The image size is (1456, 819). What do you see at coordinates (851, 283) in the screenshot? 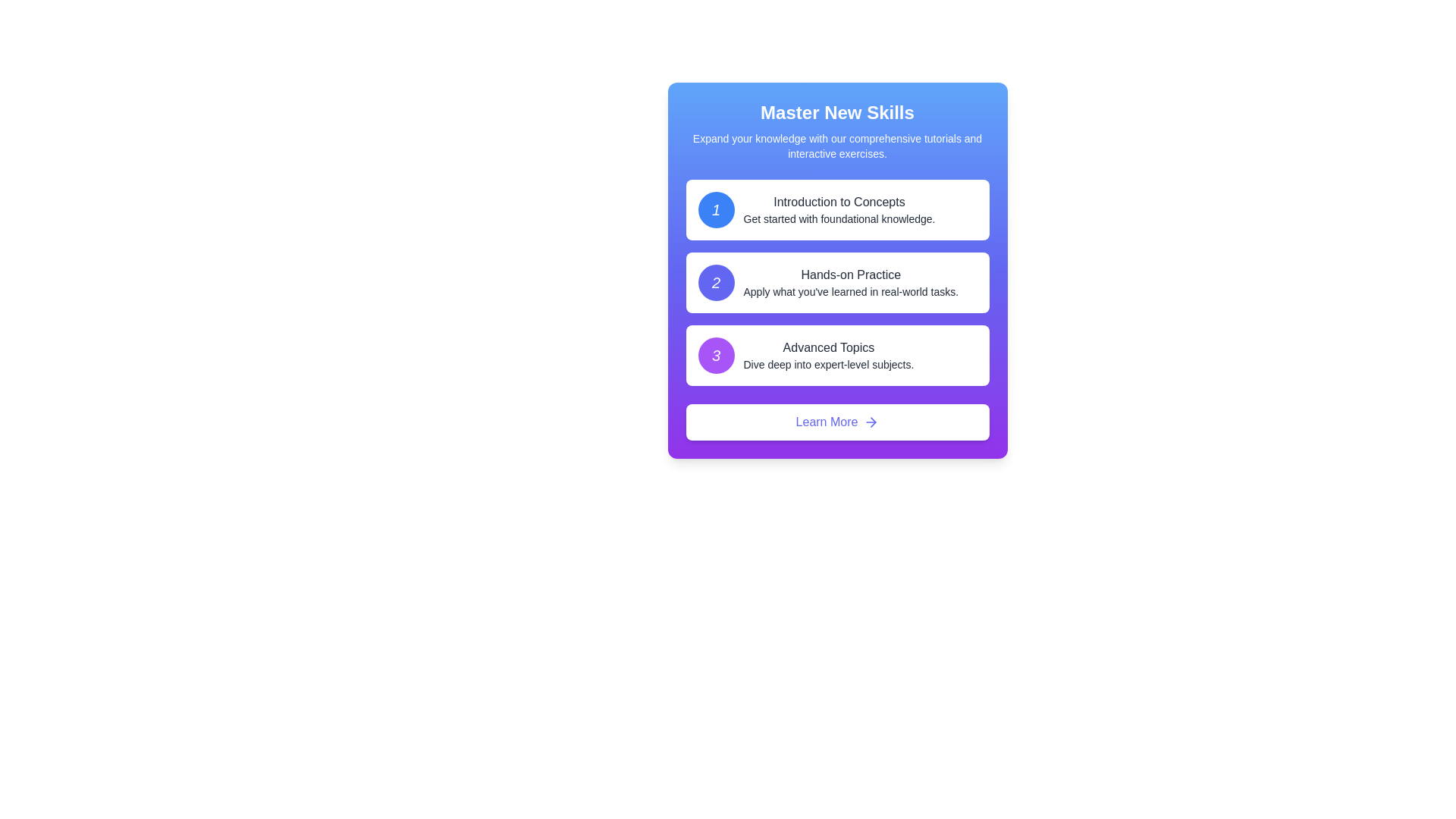
I see `the 'Hands-on Practice' text block, which is the second entry in the vertically stacked list inside the second panel with a white background` at bounding box center [851, 283].